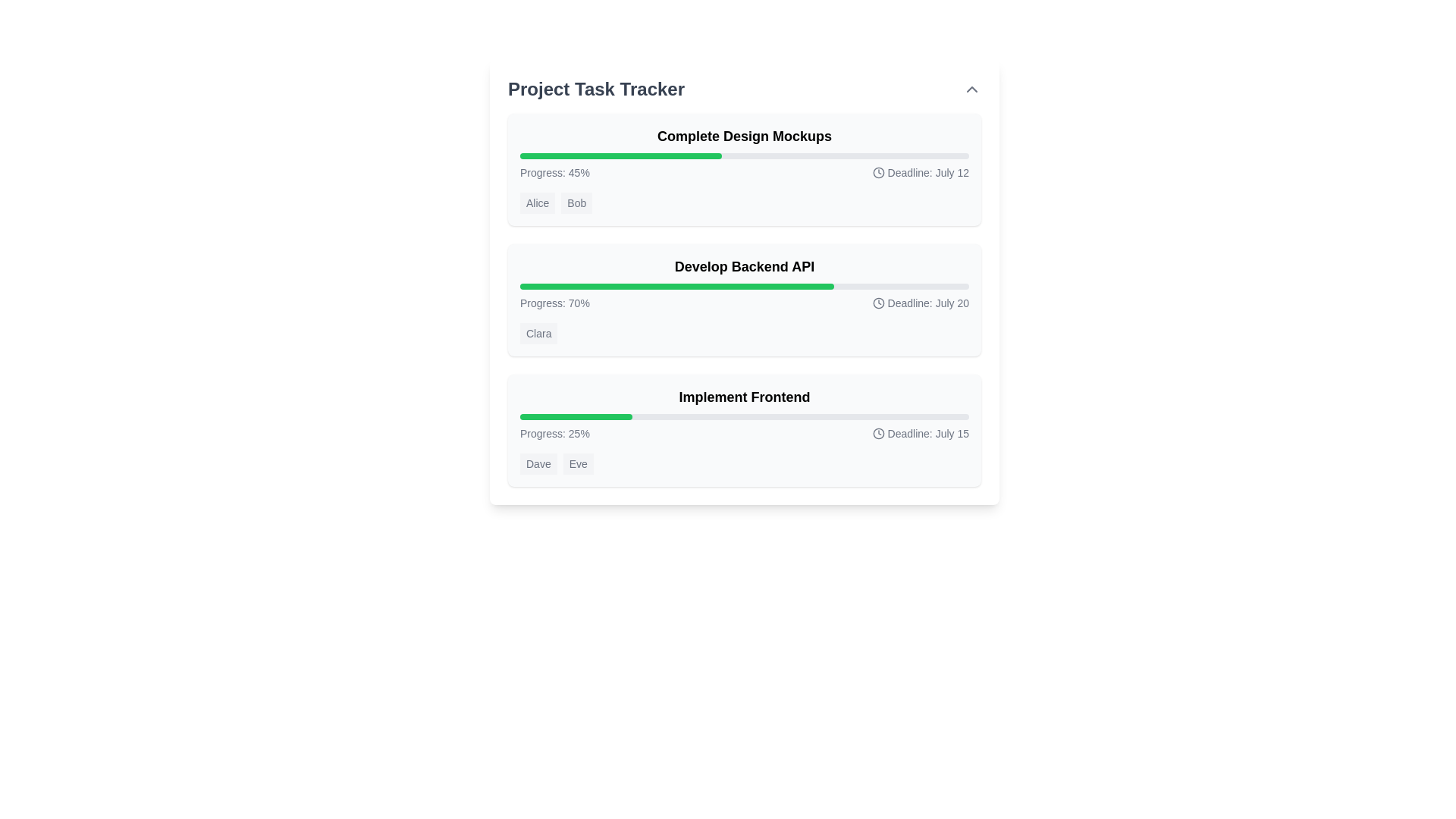 This screenshot has width=1456, height=819. I want to click on the Text heading element at the top of the card, which provides a title or identifier for the task, so click(745, 265).